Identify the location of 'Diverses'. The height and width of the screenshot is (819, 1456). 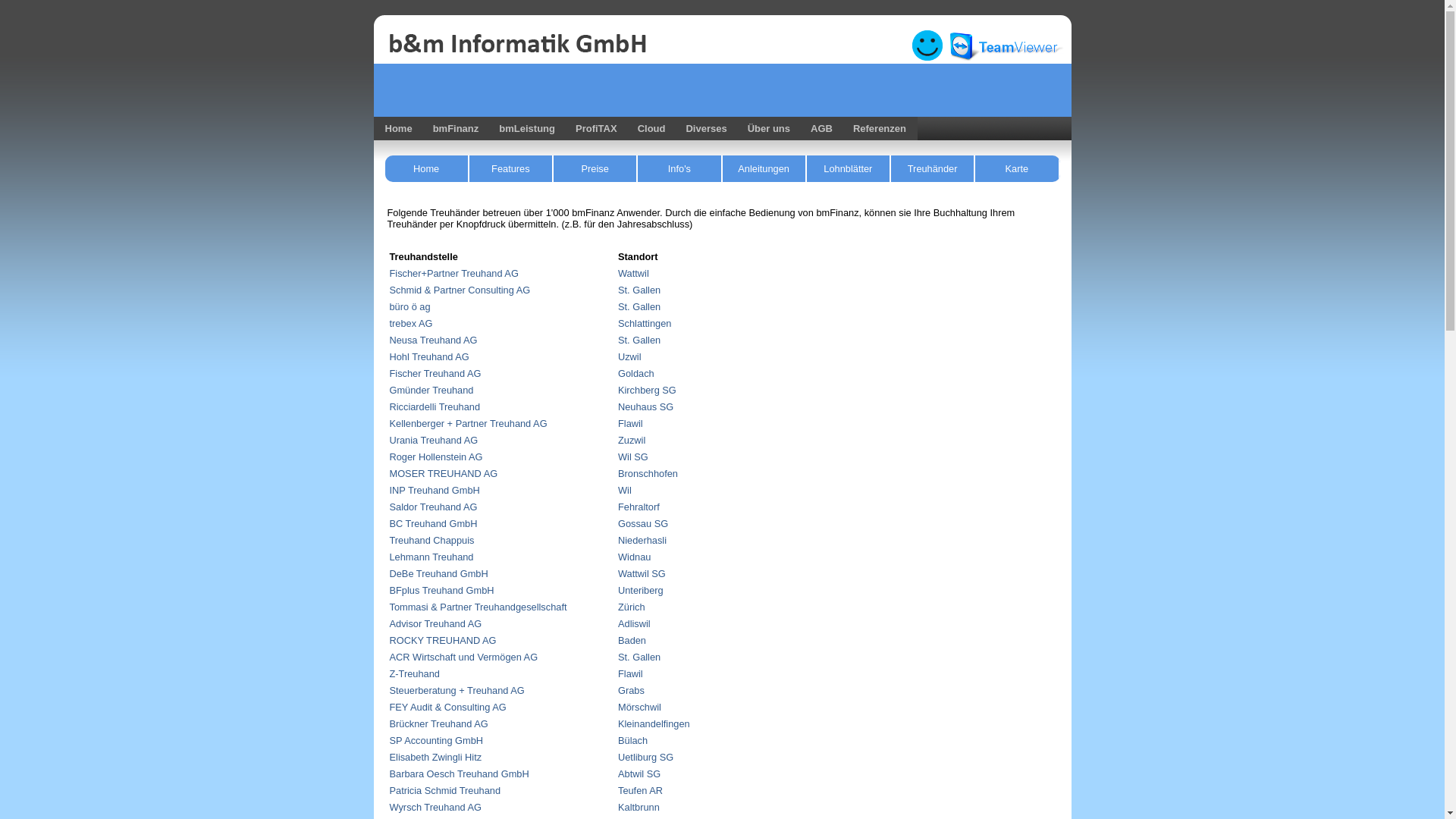
(702, 127).